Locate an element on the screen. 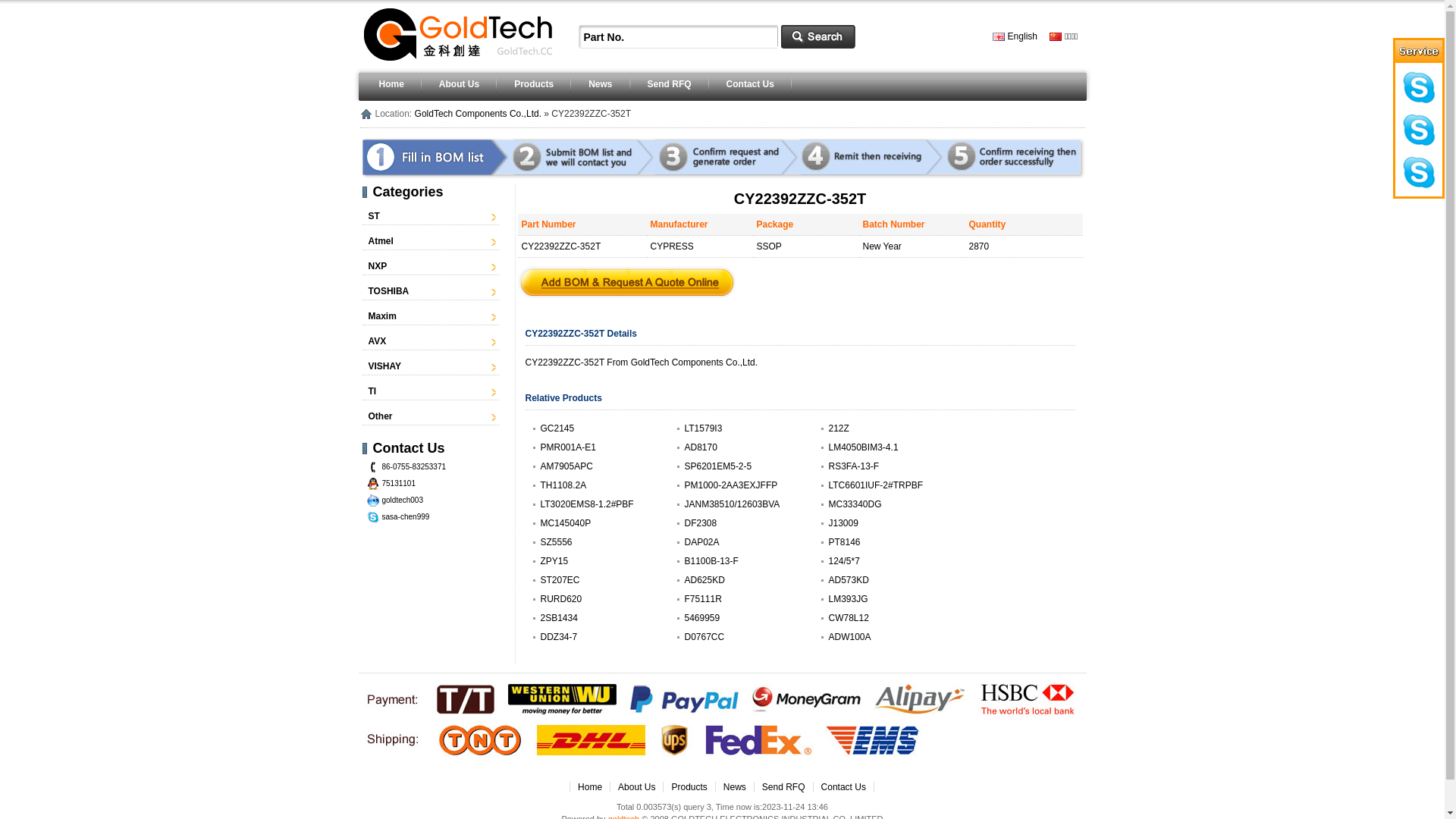  'CW78L12' is located at coordinates (847, 617).